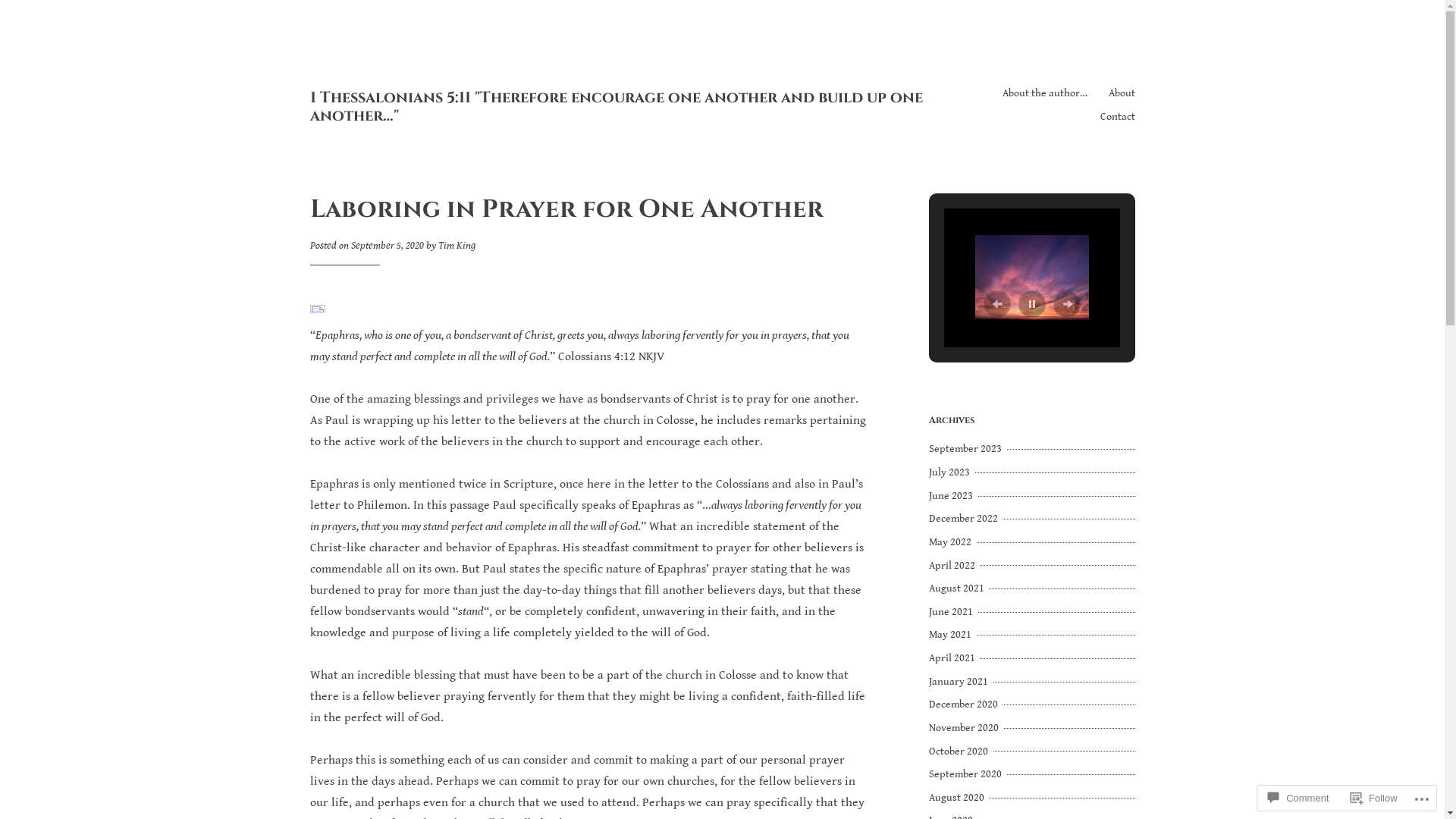 The height and width of the screenshot is (819, 1456). Describe the element at coordinates (927, 517) in the screenshot. I see `'December 2022'` at that location.